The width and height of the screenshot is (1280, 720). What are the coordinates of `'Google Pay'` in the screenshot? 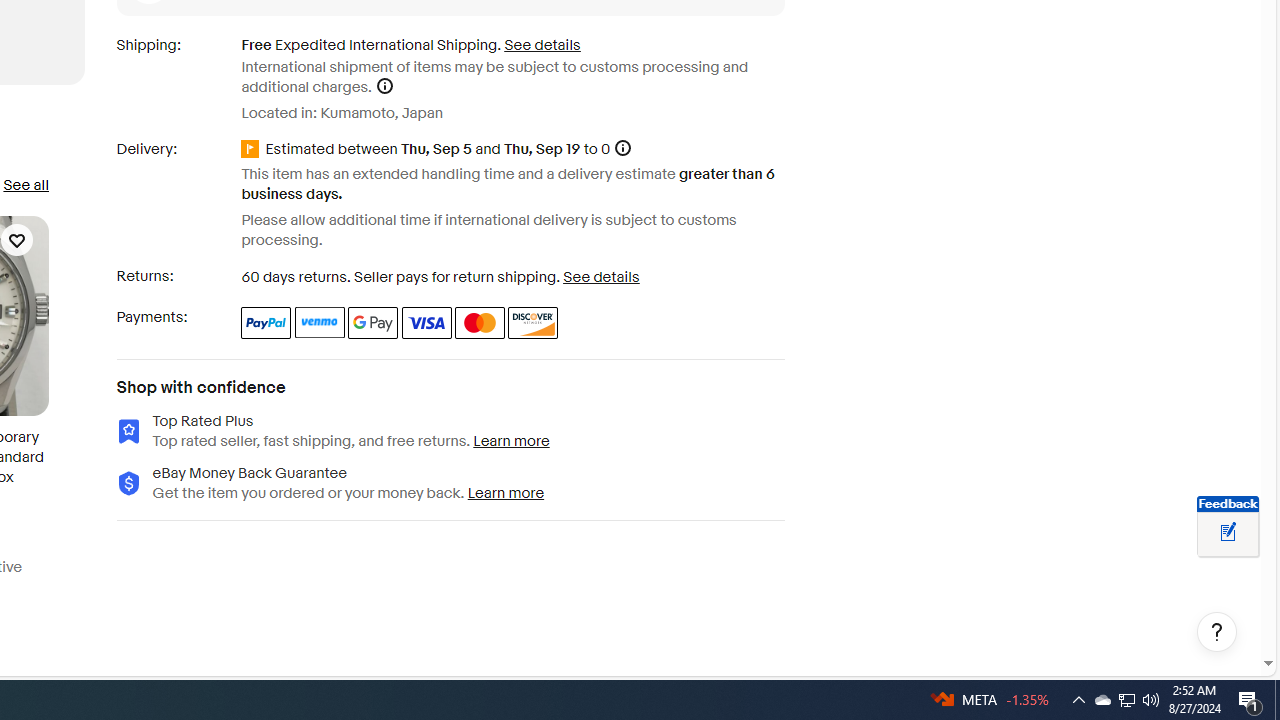 It's located at (373, 321).